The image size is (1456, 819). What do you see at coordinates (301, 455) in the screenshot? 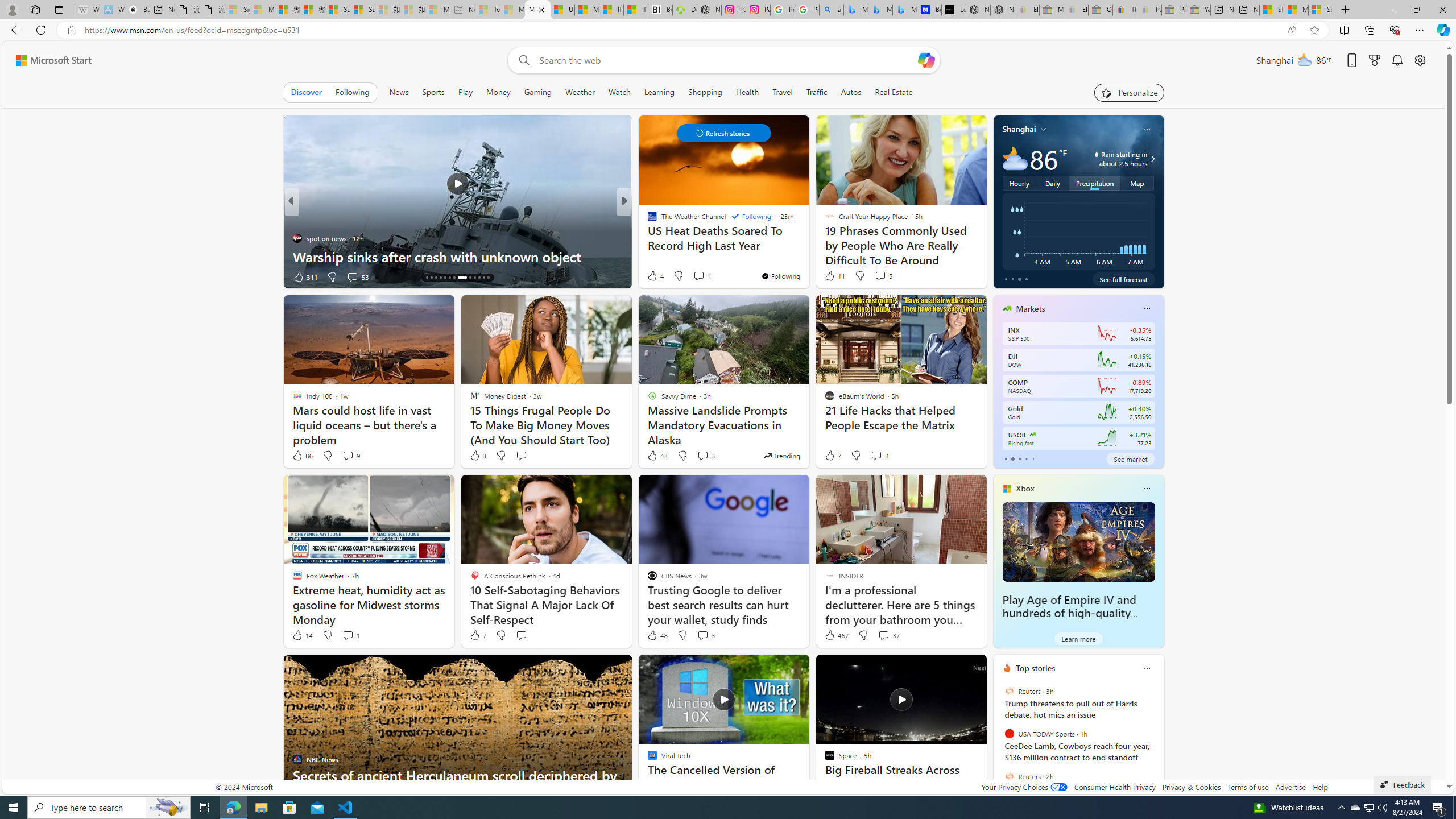
I see `'86 Like'` at bounding box center [301, 455].